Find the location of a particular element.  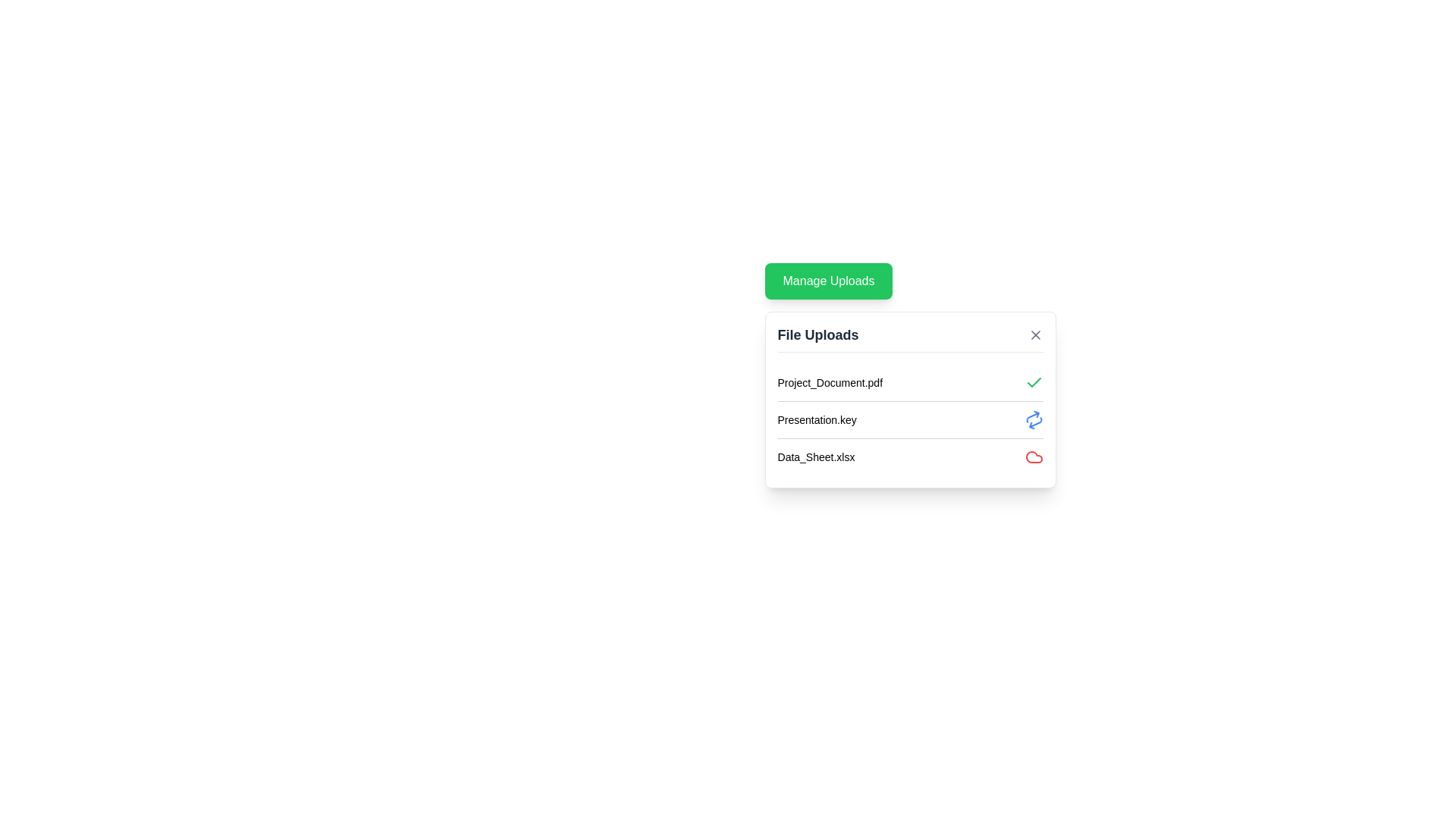

the green check mark icon indicating success for the file 'Project_Document.pdf' in the 'Manage Uploads' modal is located at coordinates (1033, 381).